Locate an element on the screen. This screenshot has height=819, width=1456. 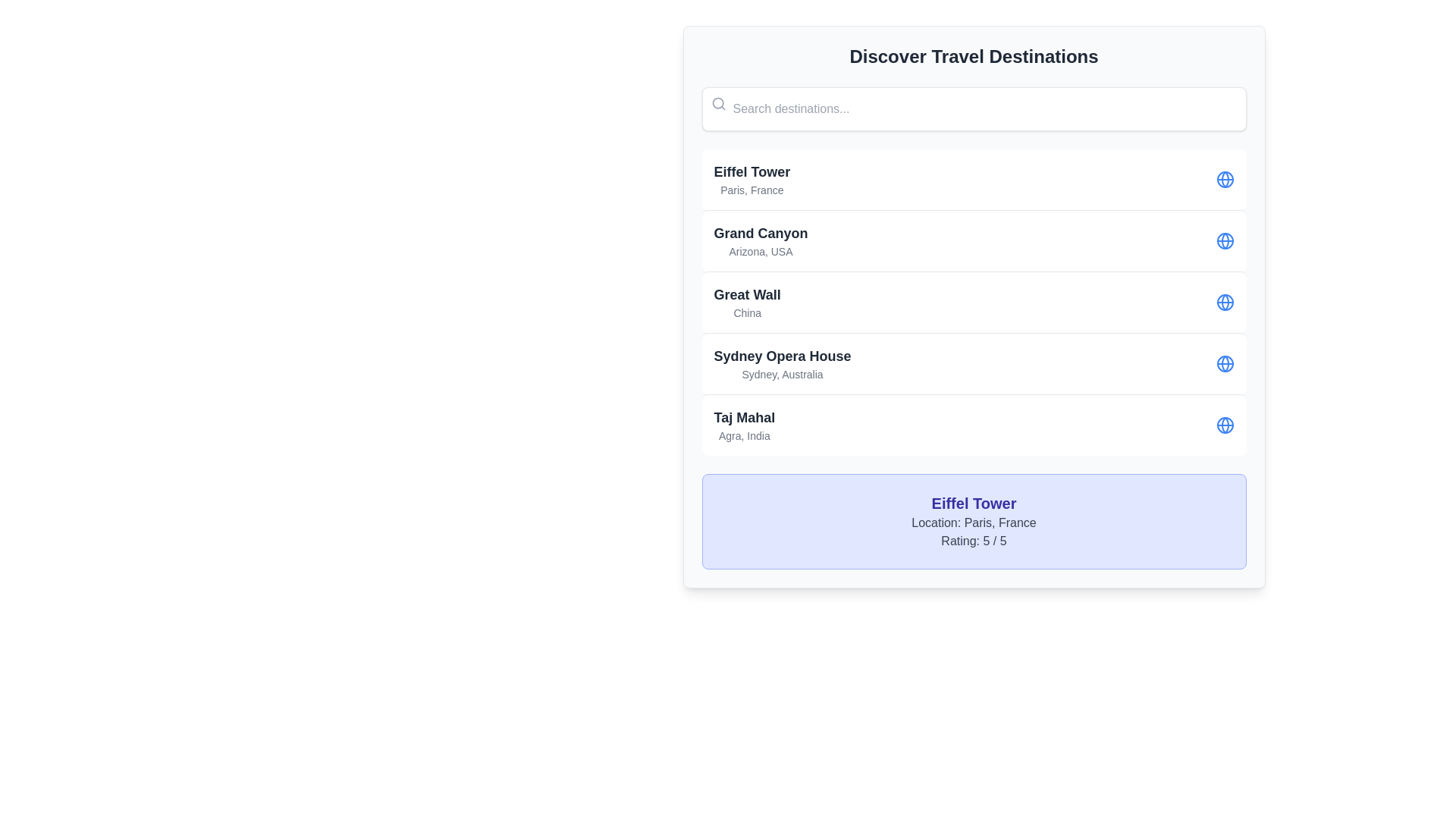
text label element that displays 'Location: Paris, France', which is styled in gray font and located below the title 'Eiffel Tower' and above the rating text within a blue background card is located at coordinates (974, 522).